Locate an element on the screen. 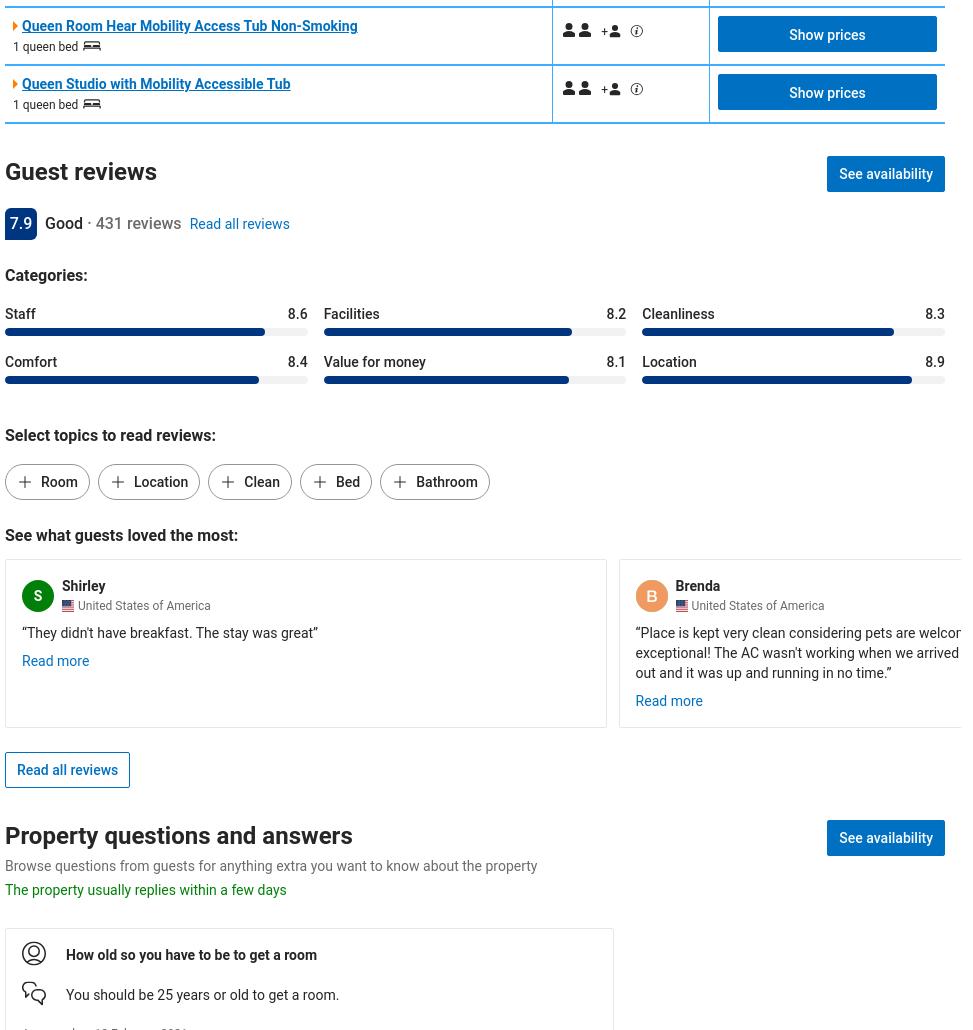  'Clean' is located at coordinates (260, 481).